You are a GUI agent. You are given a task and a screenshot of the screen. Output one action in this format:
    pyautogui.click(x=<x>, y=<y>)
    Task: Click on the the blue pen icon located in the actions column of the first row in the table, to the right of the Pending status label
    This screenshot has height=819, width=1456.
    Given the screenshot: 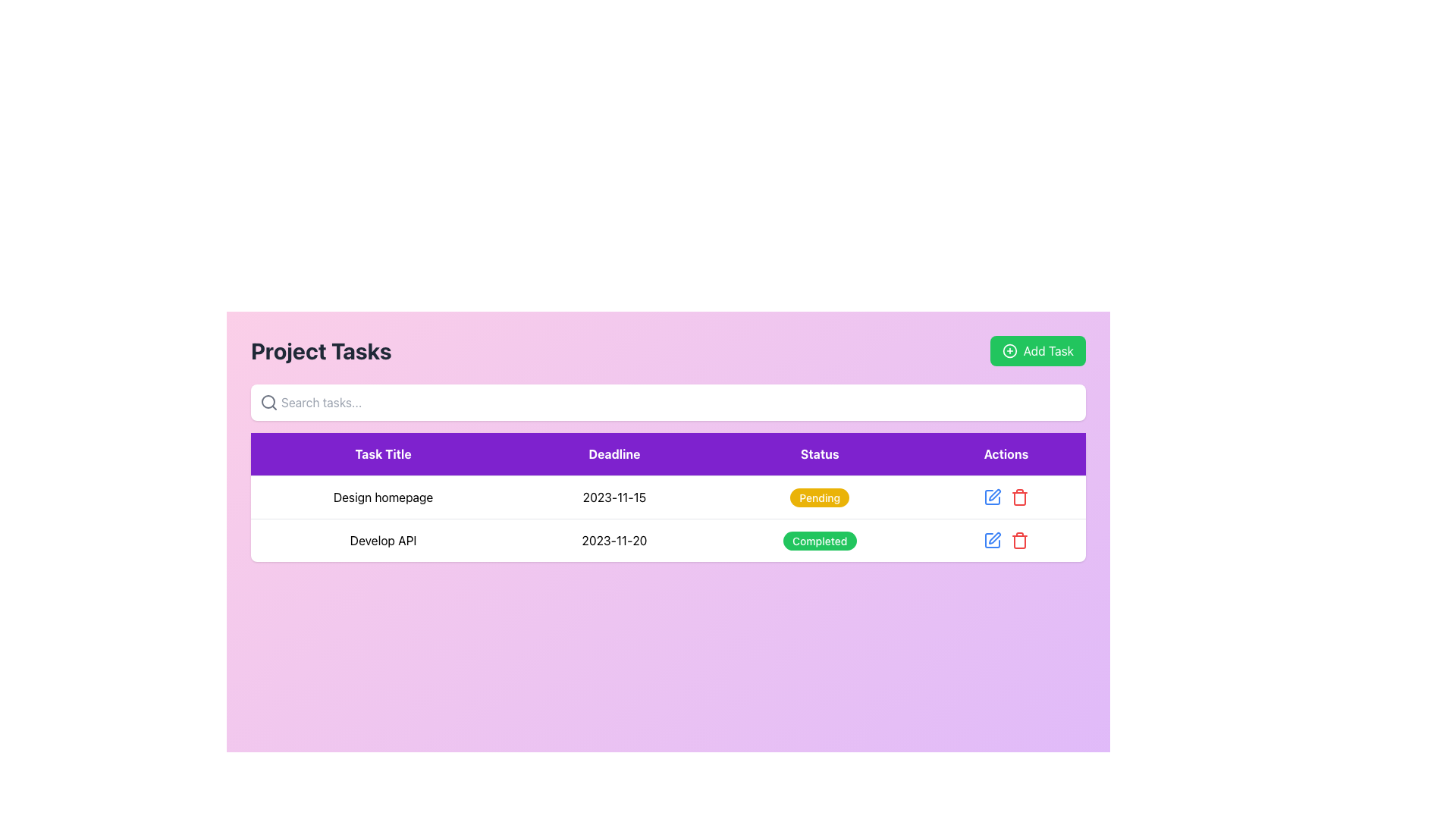 What is the action you would take?
    pyautogui.click(x=1006, y=497)
    